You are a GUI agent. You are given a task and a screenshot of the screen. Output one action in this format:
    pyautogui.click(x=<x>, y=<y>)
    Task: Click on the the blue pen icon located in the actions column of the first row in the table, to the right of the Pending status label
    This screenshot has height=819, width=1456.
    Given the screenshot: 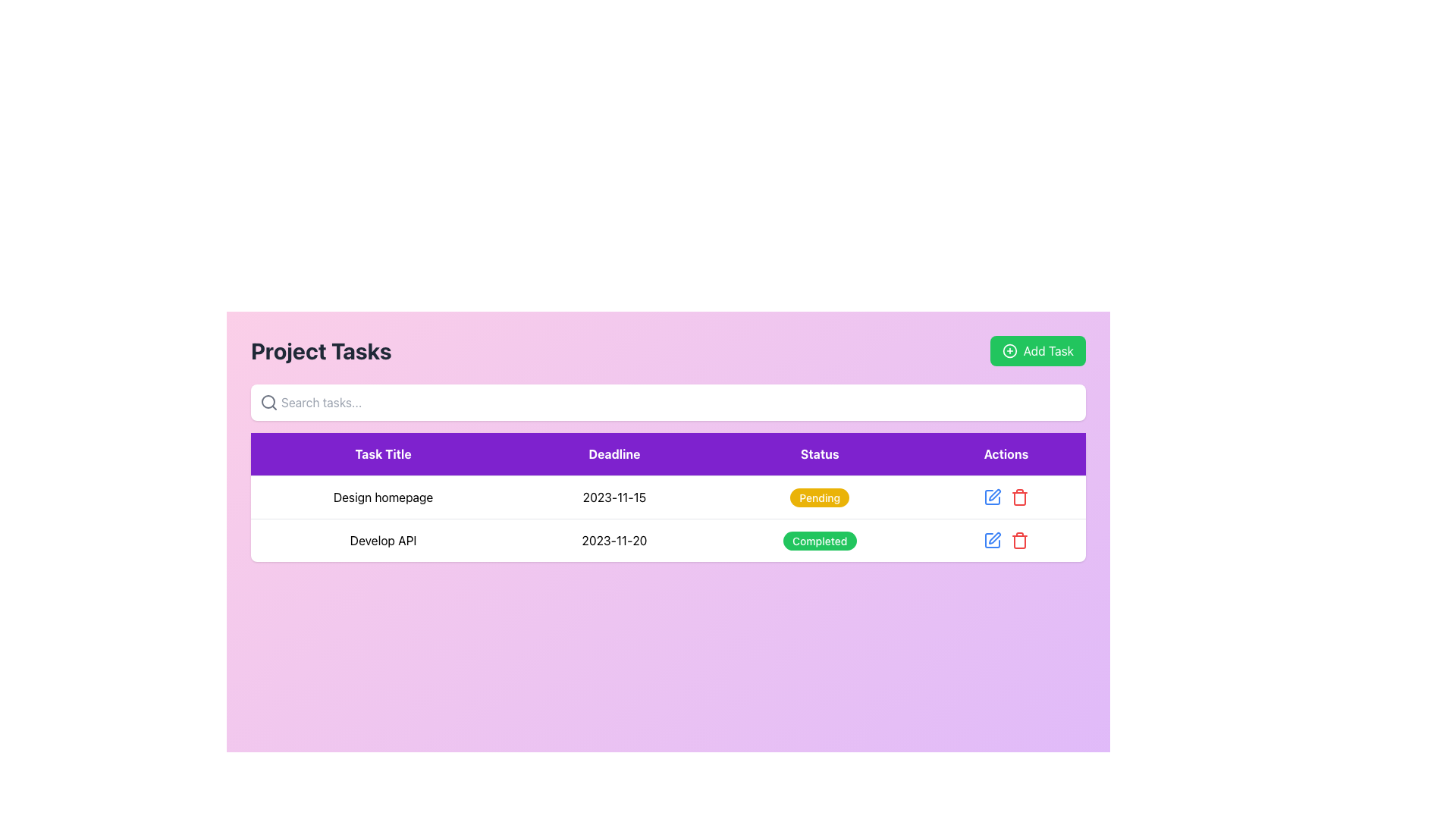 What is the action you would take?
    pyautogui.click(x=1006, y=497)
    